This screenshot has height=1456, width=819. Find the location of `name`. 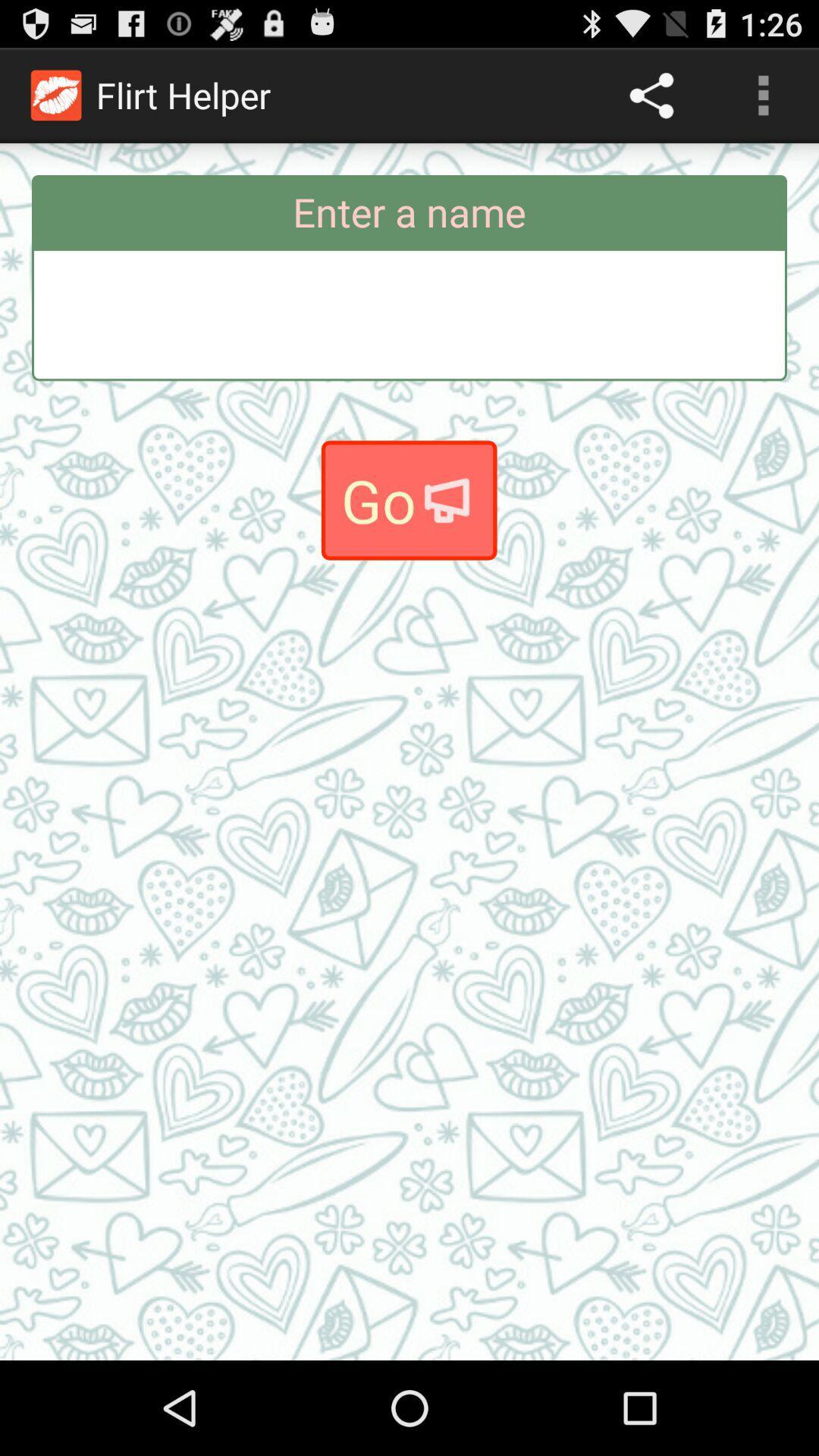

name is located at coordinates (409, 314).